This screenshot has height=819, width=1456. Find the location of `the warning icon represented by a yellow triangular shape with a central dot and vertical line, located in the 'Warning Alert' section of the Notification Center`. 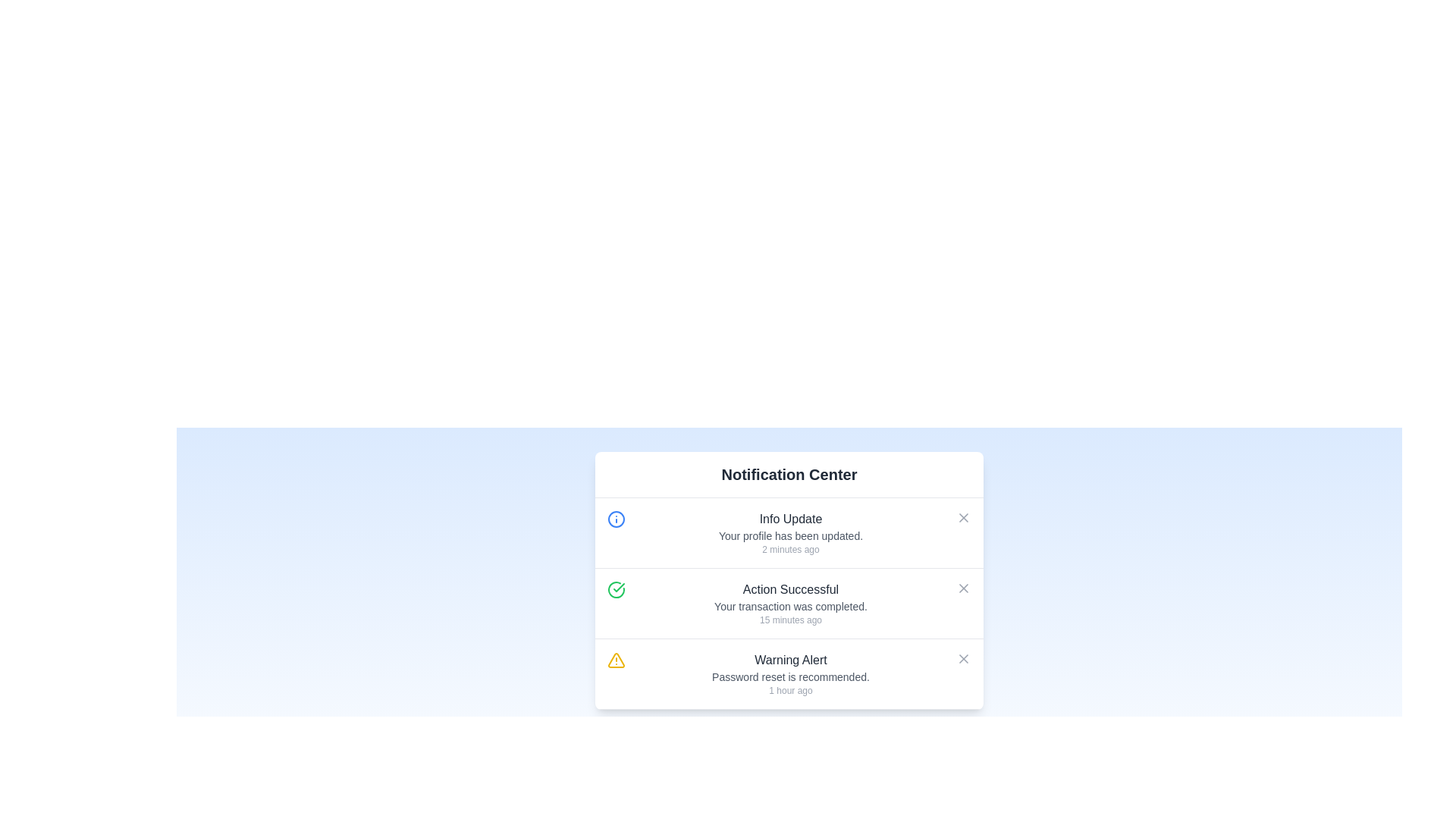

the warning icon represented by a yellow triangular shape with a central dot and vertical line, located in the 'Warning Alert' section of the Notification Center is located at coordinates (616, 660).